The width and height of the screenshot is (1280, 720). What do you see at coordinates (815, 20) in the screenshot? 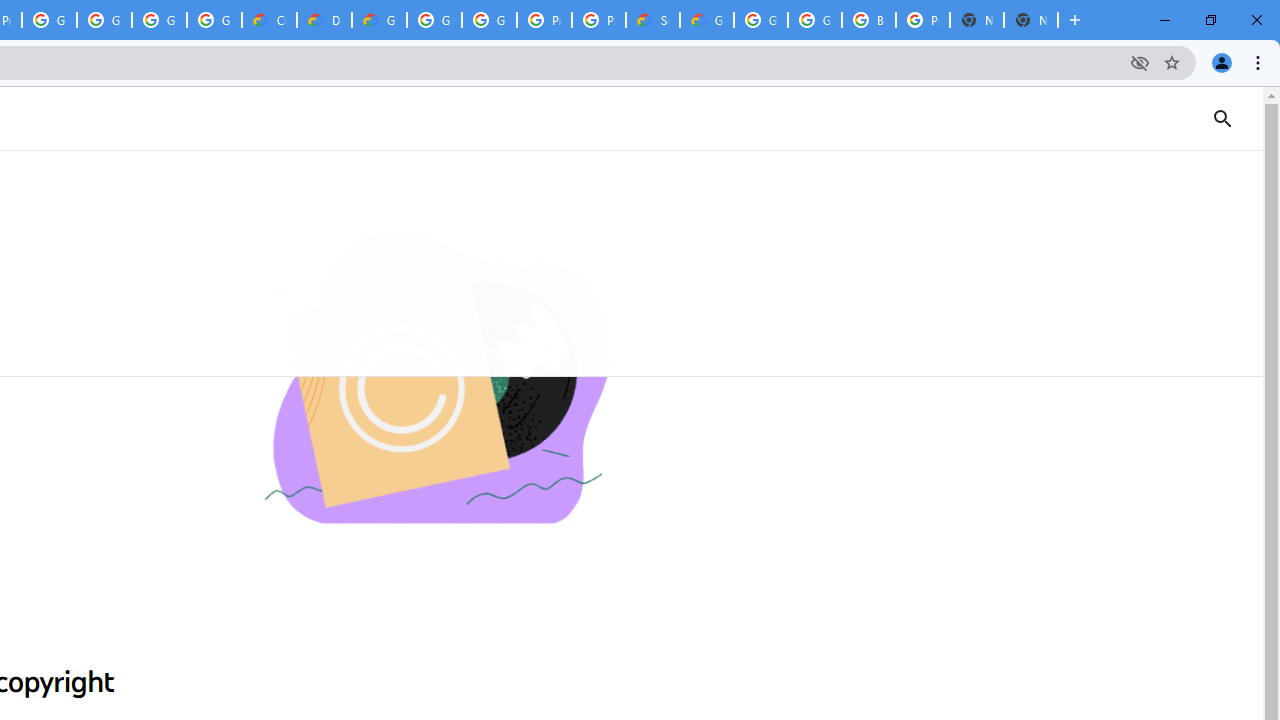
I see `'Google Cloud Platform'` at bounding box center [815, 20].